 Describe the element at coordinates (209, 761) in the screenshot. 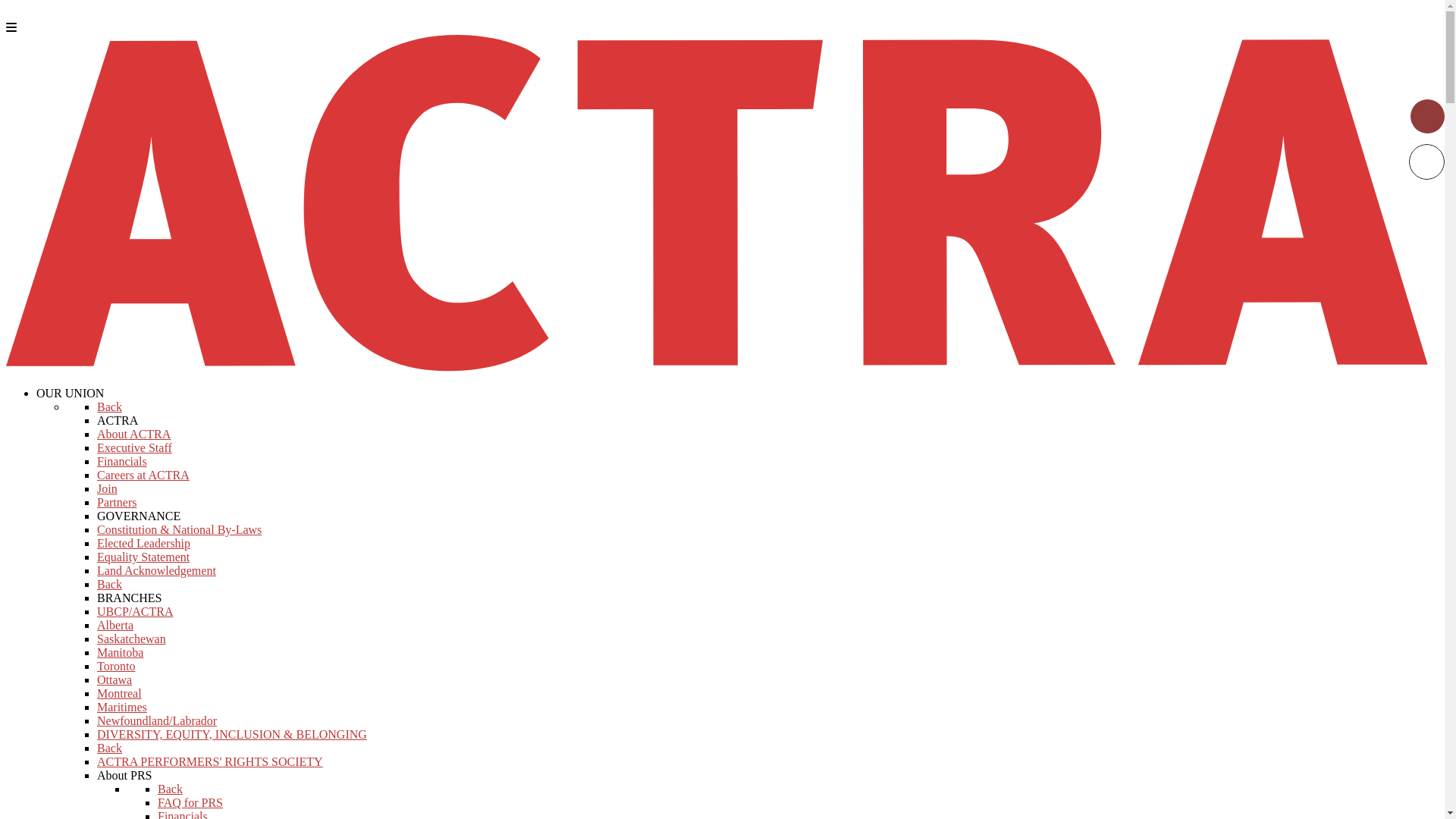

I see `'ACTRA PERFORMERS' RIGHTS SOCIETY'` at that location.